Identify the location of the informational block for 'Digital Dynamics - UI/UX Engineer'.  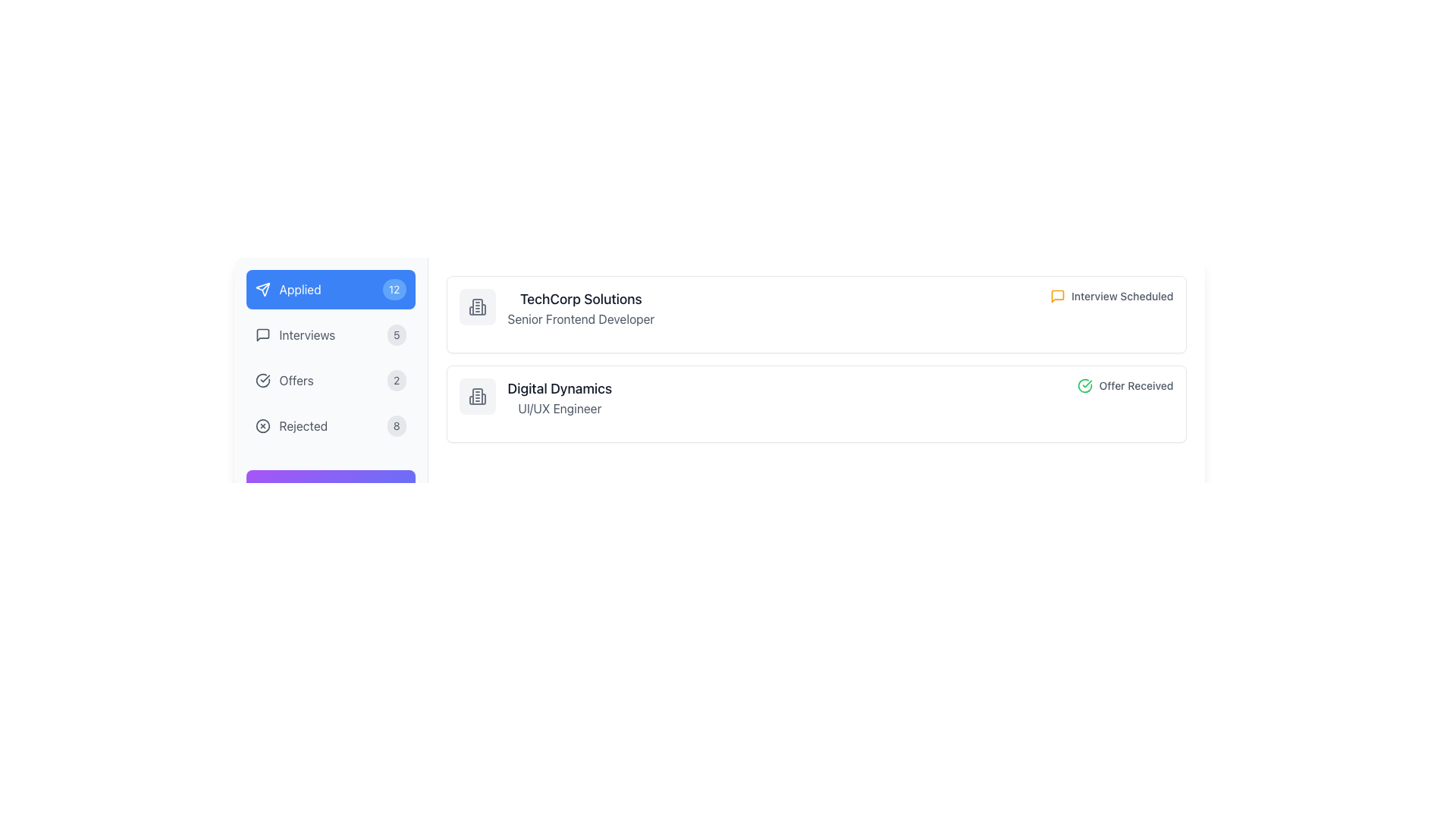
(535, 397).